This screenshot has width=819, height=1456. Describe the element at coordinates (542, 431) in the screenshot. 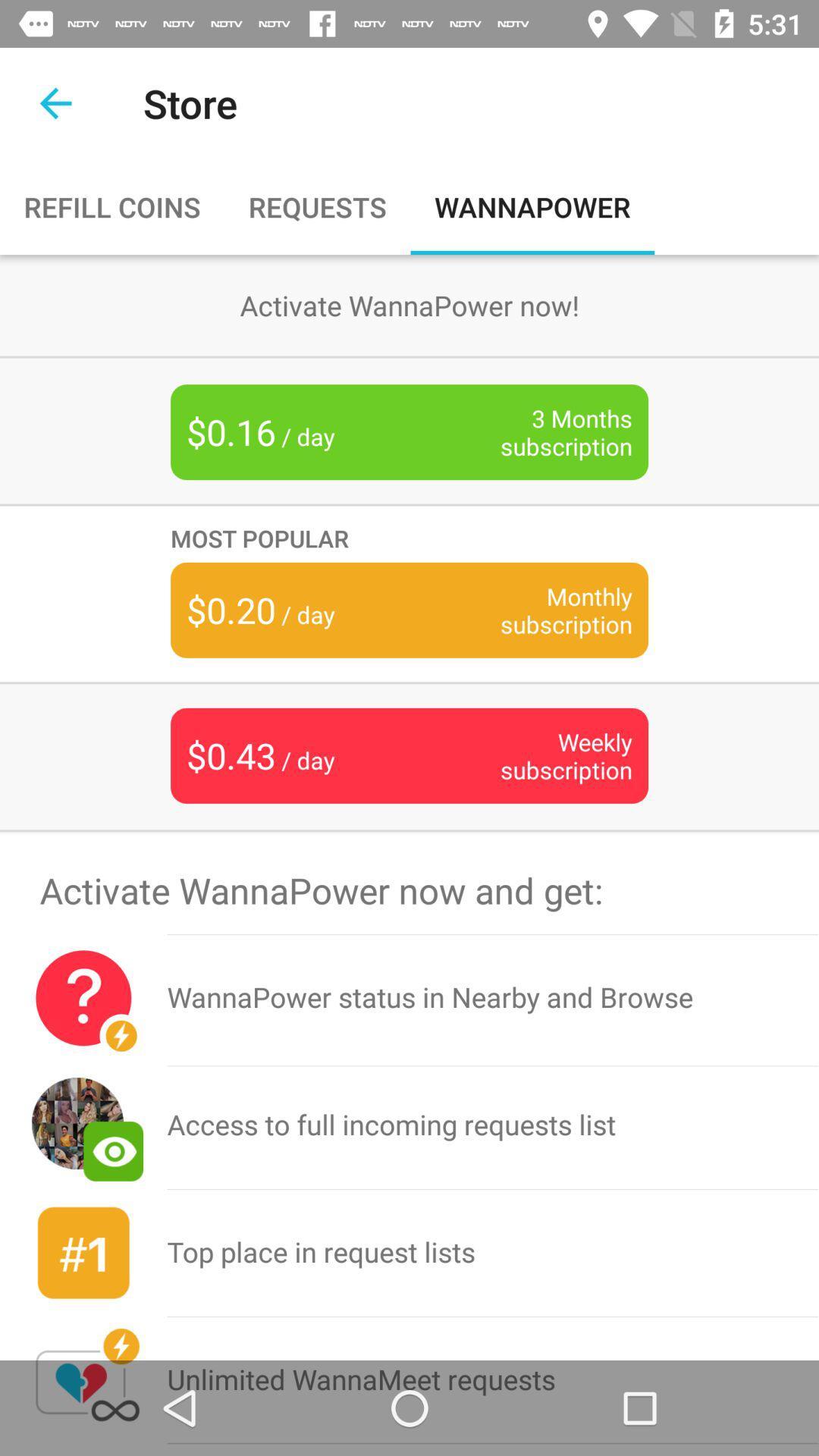

I see `the 3 months subscription item` at that location.